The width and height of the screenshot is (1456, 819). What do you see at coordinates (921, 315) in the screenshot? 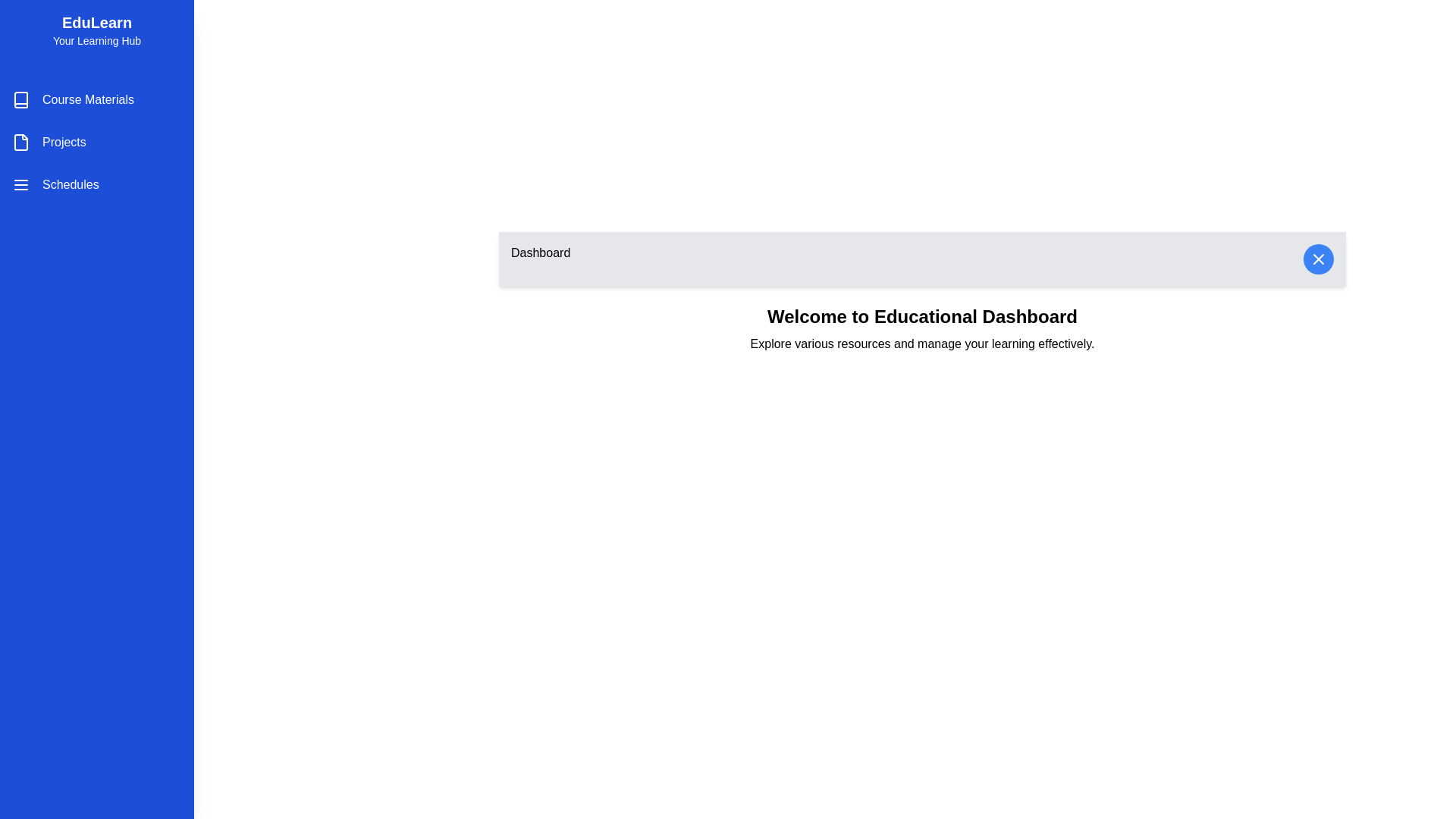
I see `welcome header text element located at the top center of the dashboard, which provides the page title` at bounding box center [921, 315].